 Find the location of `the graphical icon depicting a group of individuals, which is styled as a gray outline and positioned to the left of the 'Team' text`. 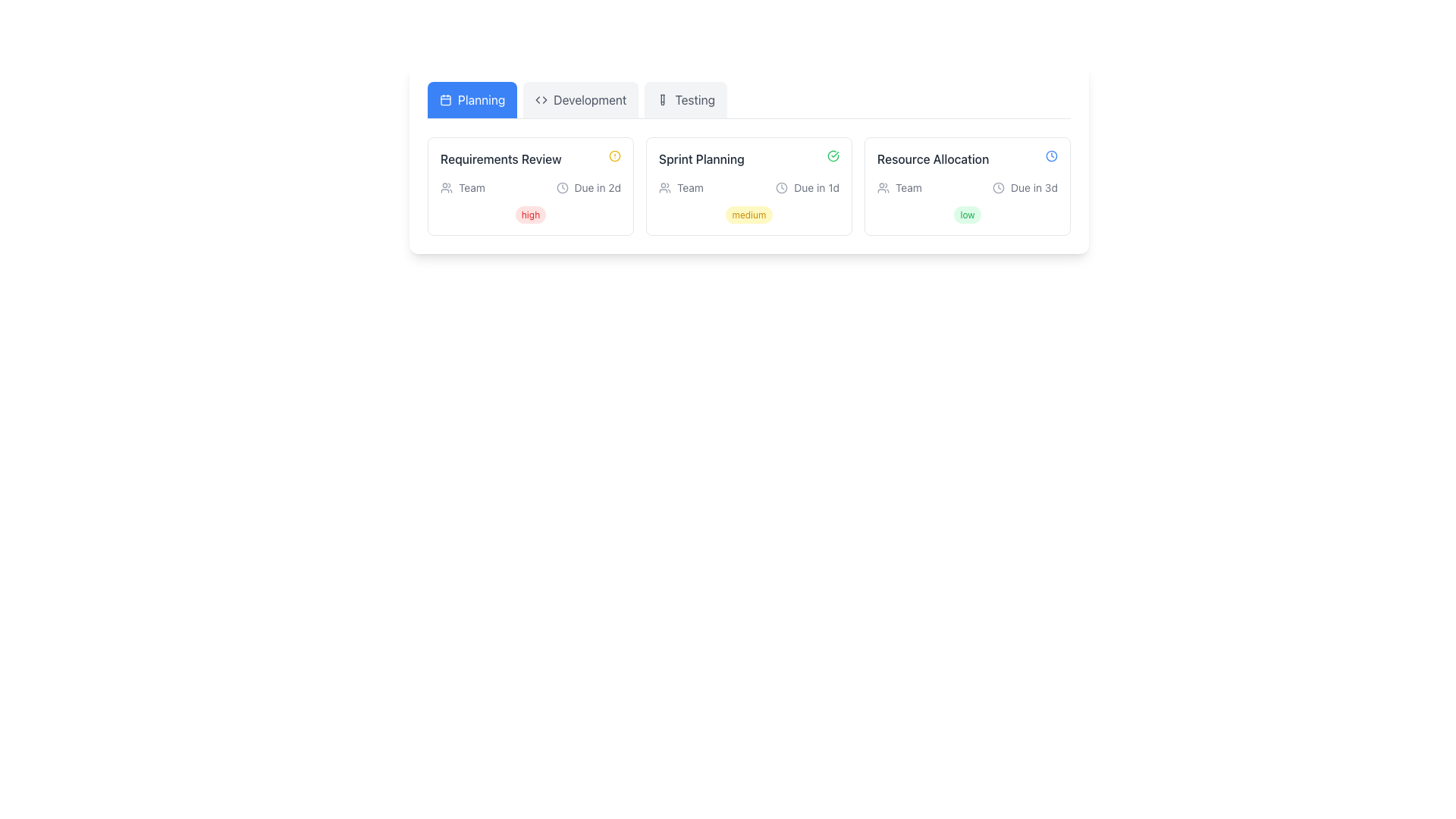

the graphical icon depicting a group of individuals, which is styled as a gray outline and positioned to the left of the 'Team' text is located at coordinates (665, 187).